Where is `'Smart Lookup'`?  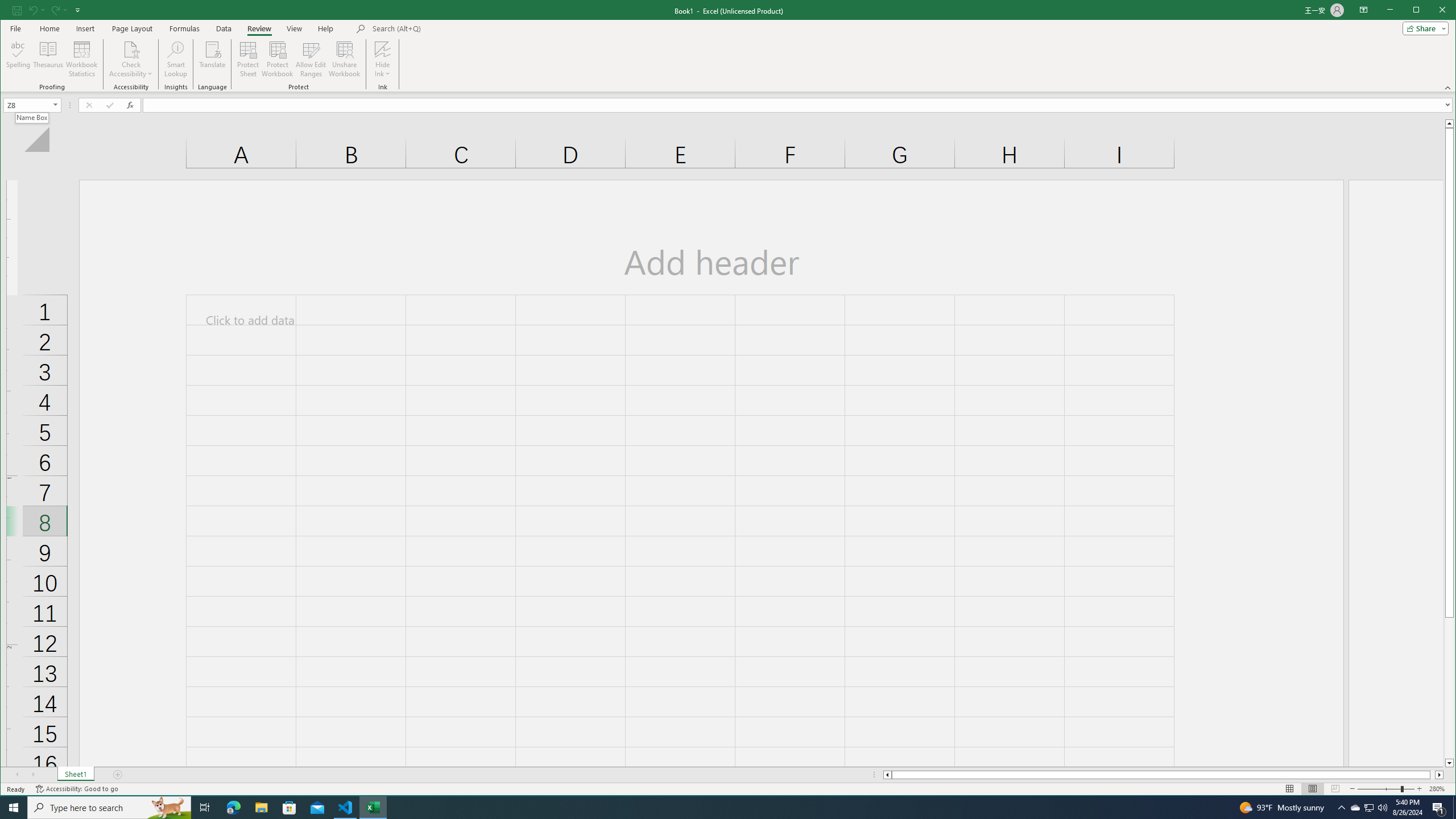 'Smart Lookup' is located at coordinates (176, 59).